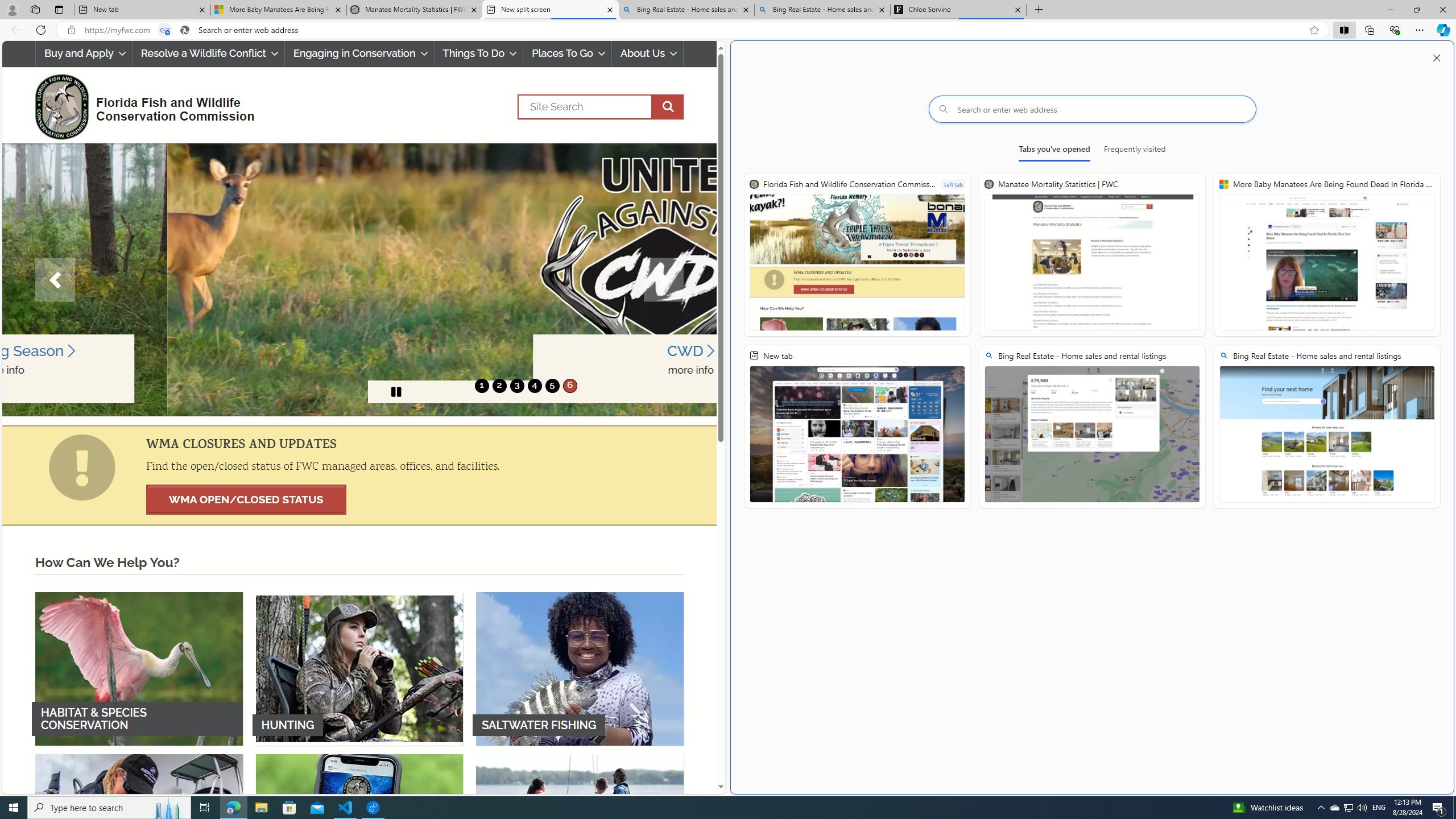  I want to click on 'Chloe Sorvino', so click(957, 9).